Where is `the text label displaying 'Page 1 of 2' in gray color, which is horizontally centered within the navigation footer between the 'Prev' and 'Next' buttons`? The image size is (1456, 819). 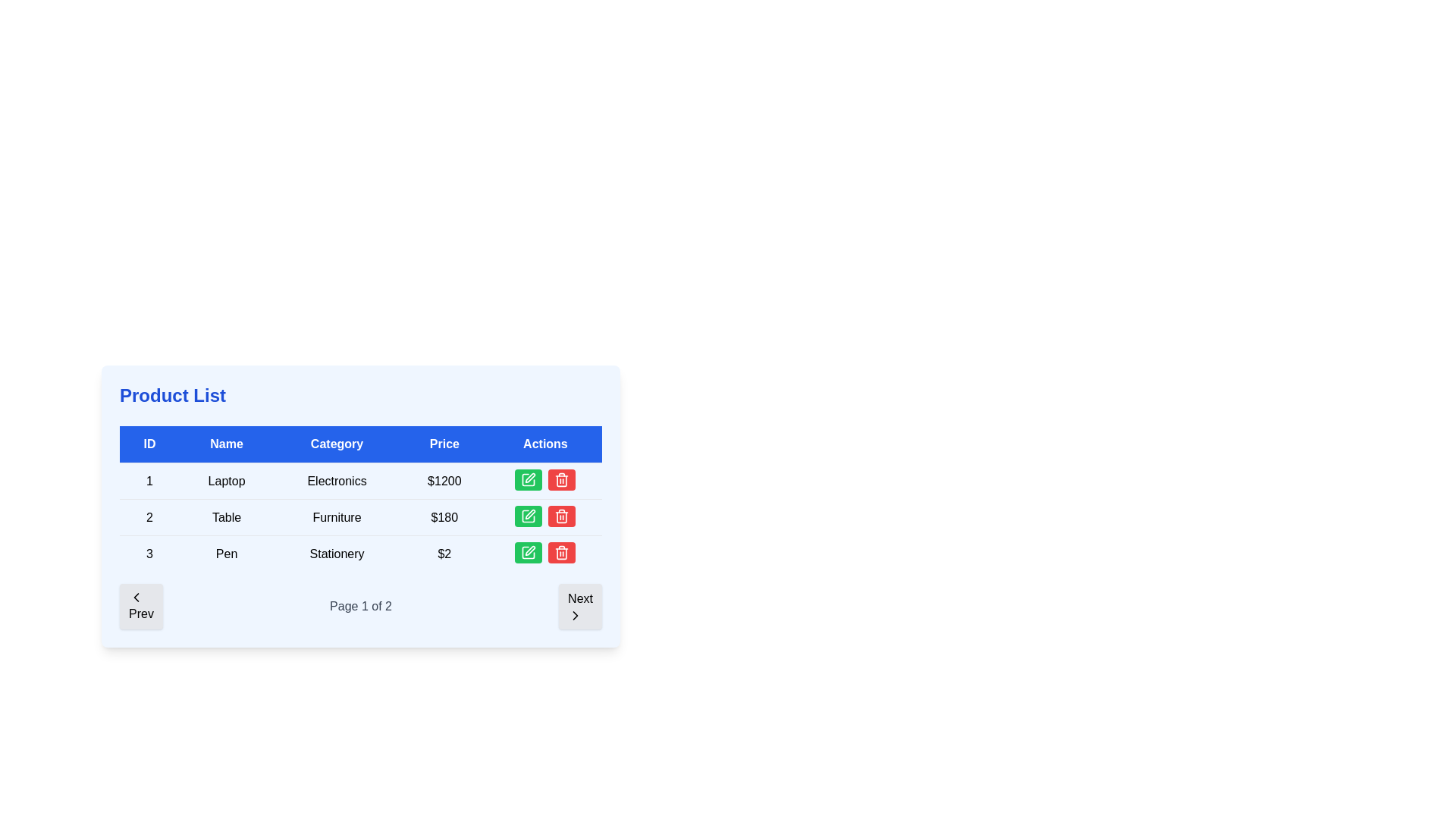 the text label displaying 'Page 1 of 2' in gray color, which is horizontally centered within the navigation footer between the 'Prev' and 'Next' buttons is located at coordinates (359, 605).